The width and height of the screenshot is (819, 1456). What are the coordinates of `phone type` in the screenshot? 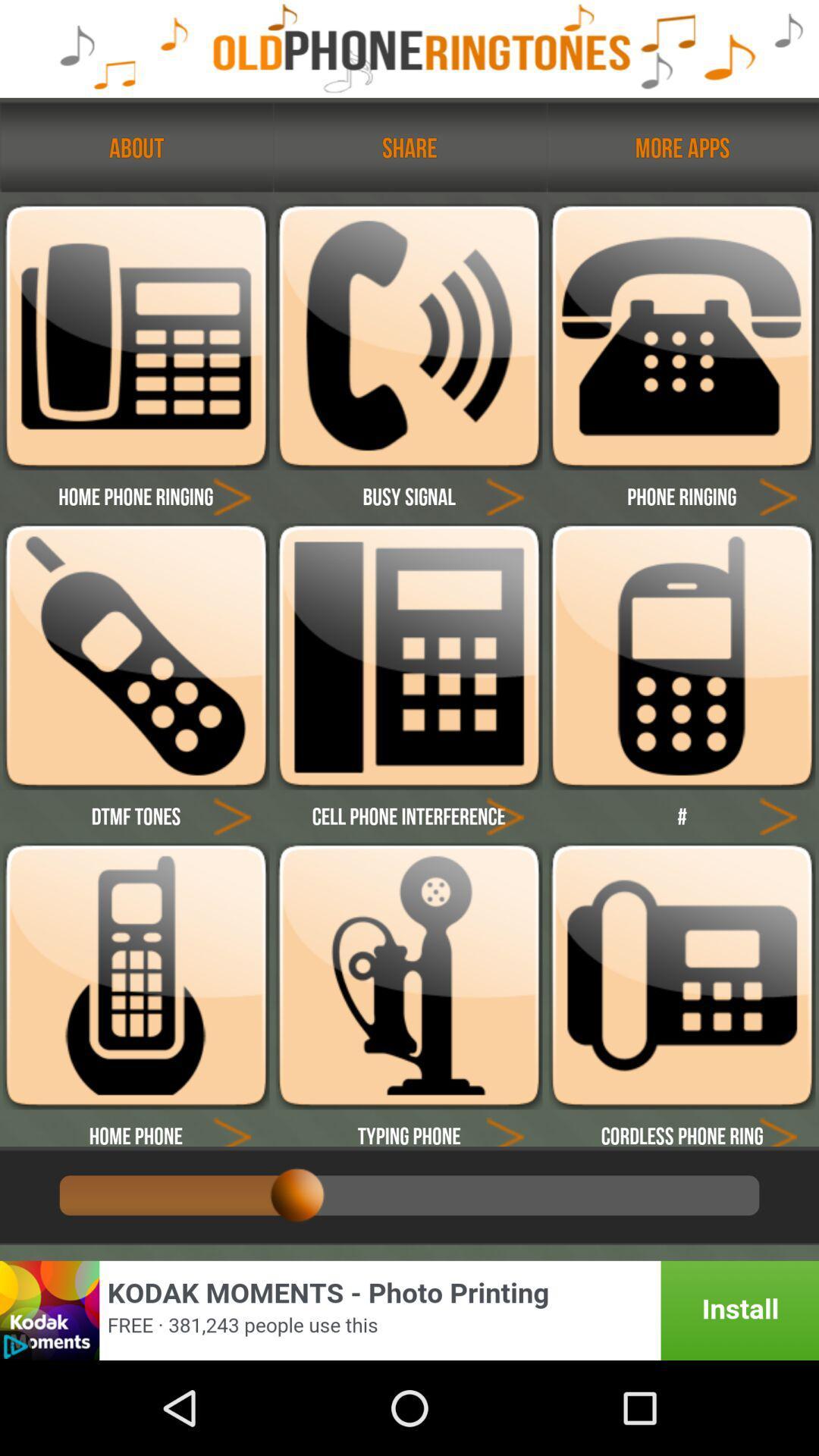 It's located at (232, 1128).